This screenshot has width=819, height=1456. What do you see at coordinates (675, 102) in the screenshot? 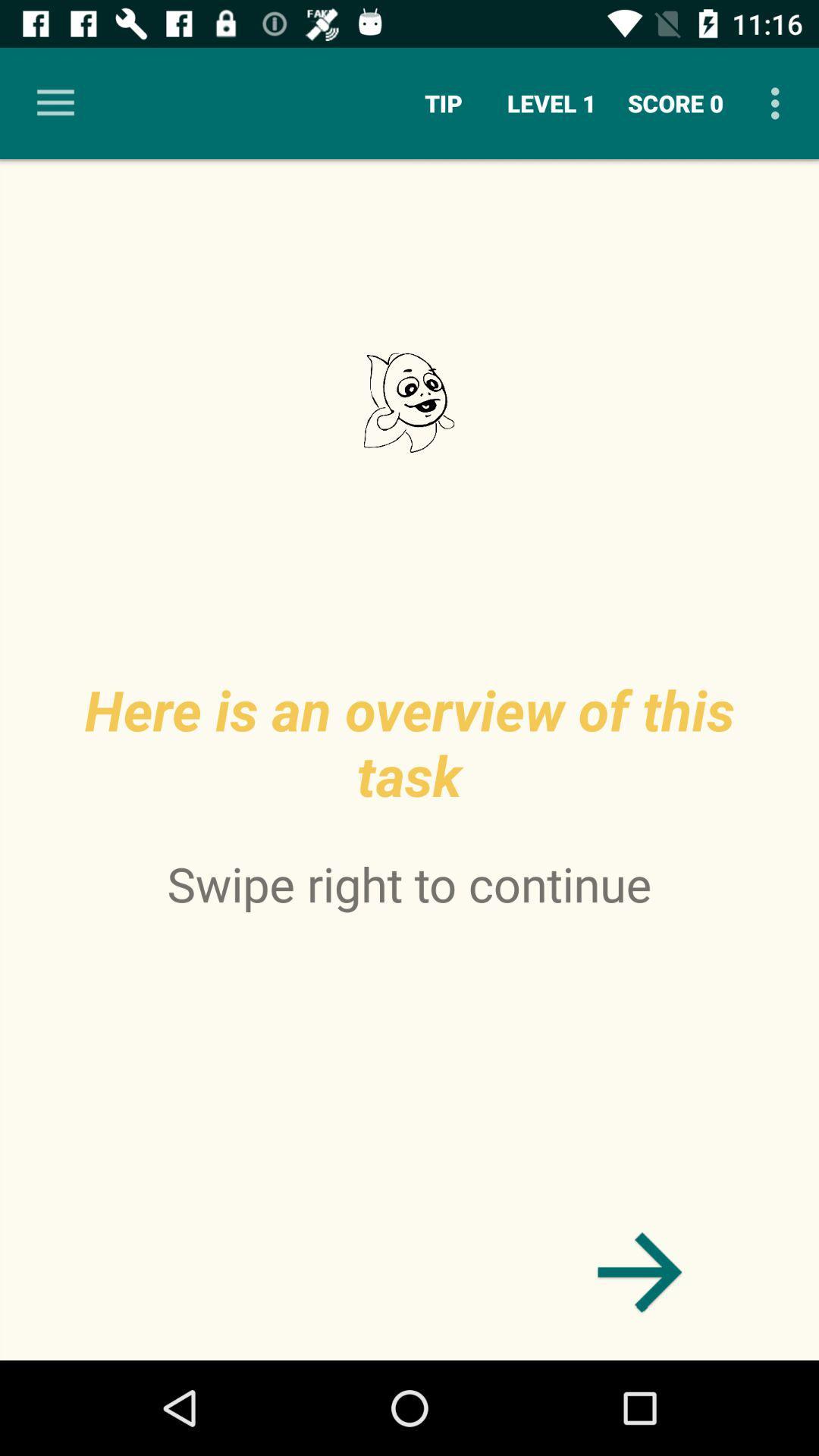
I see `score 0` at bounding box center [675, 102].